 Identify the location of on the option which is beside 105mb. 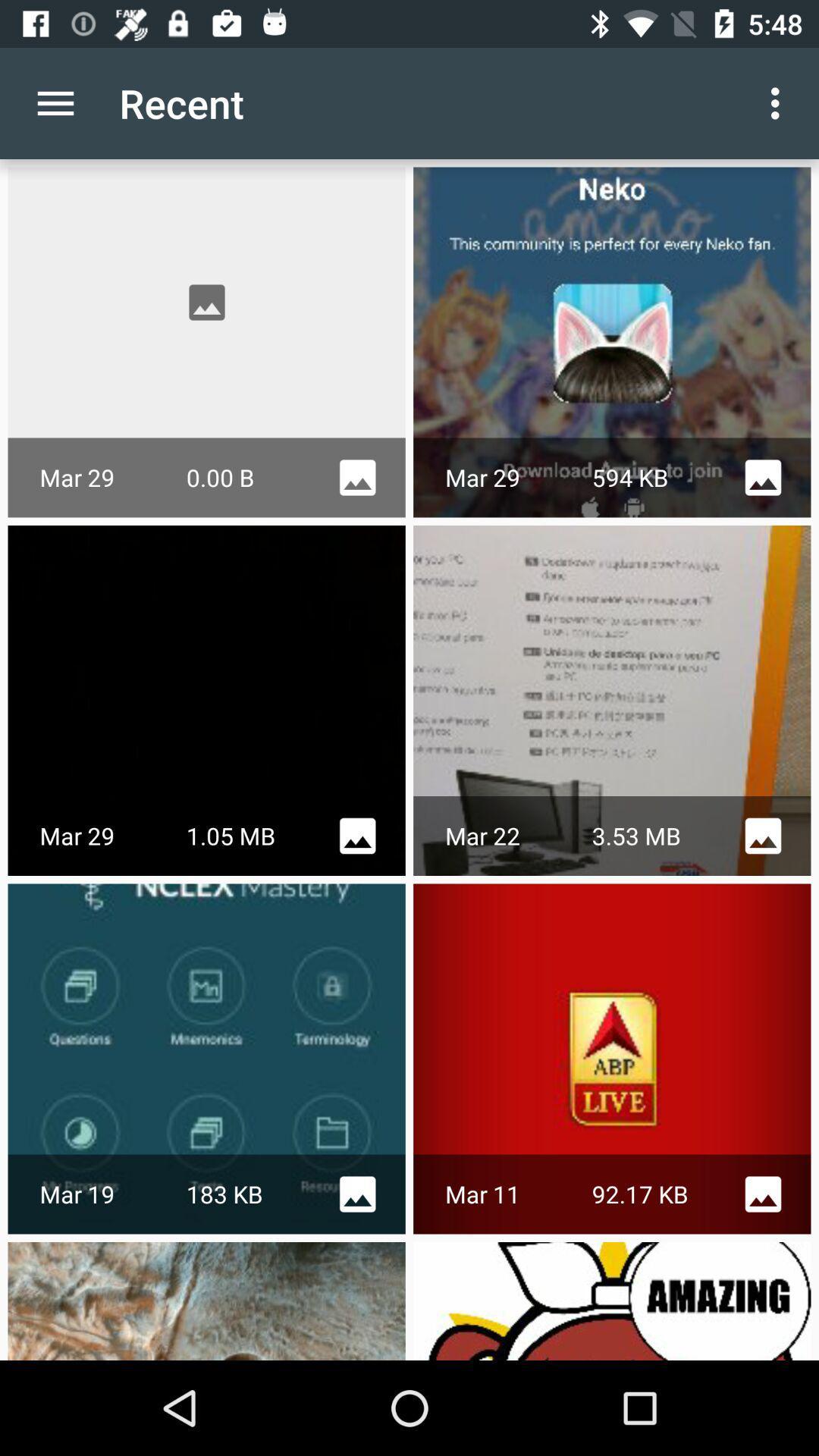
(357, 835).